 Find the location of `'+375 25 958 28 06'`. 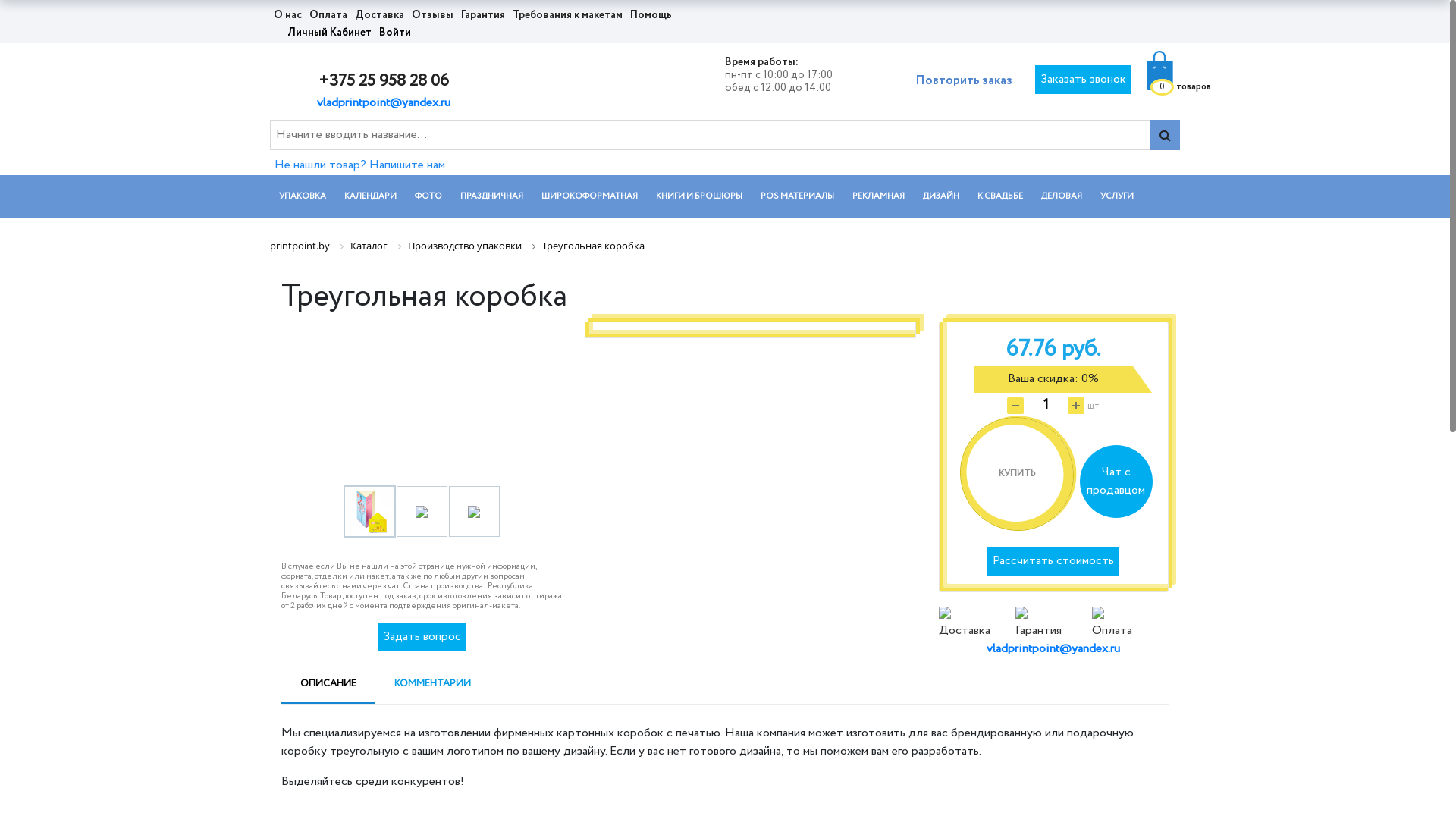

'+375 25 958 28 06' is located at coordinates (383, 81).